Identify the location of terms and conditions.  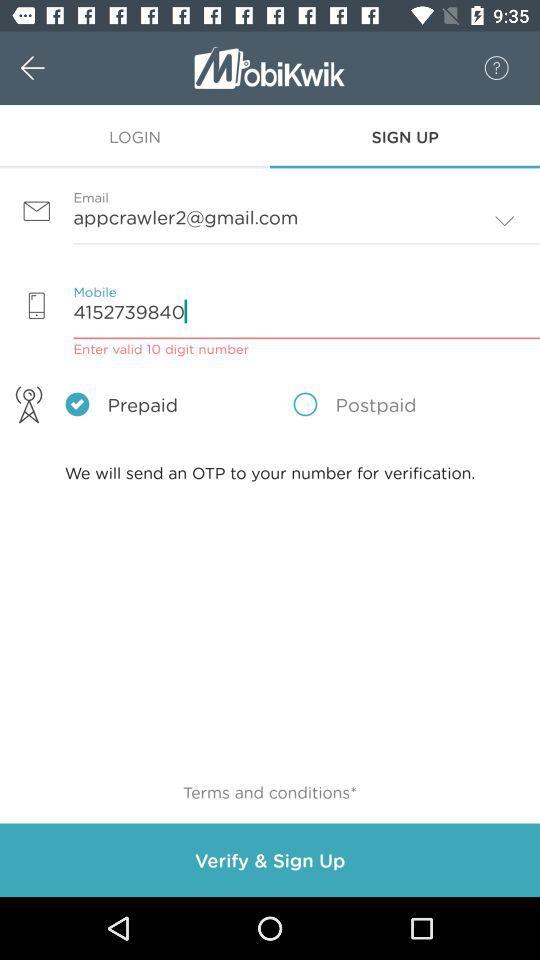
(270, 792).